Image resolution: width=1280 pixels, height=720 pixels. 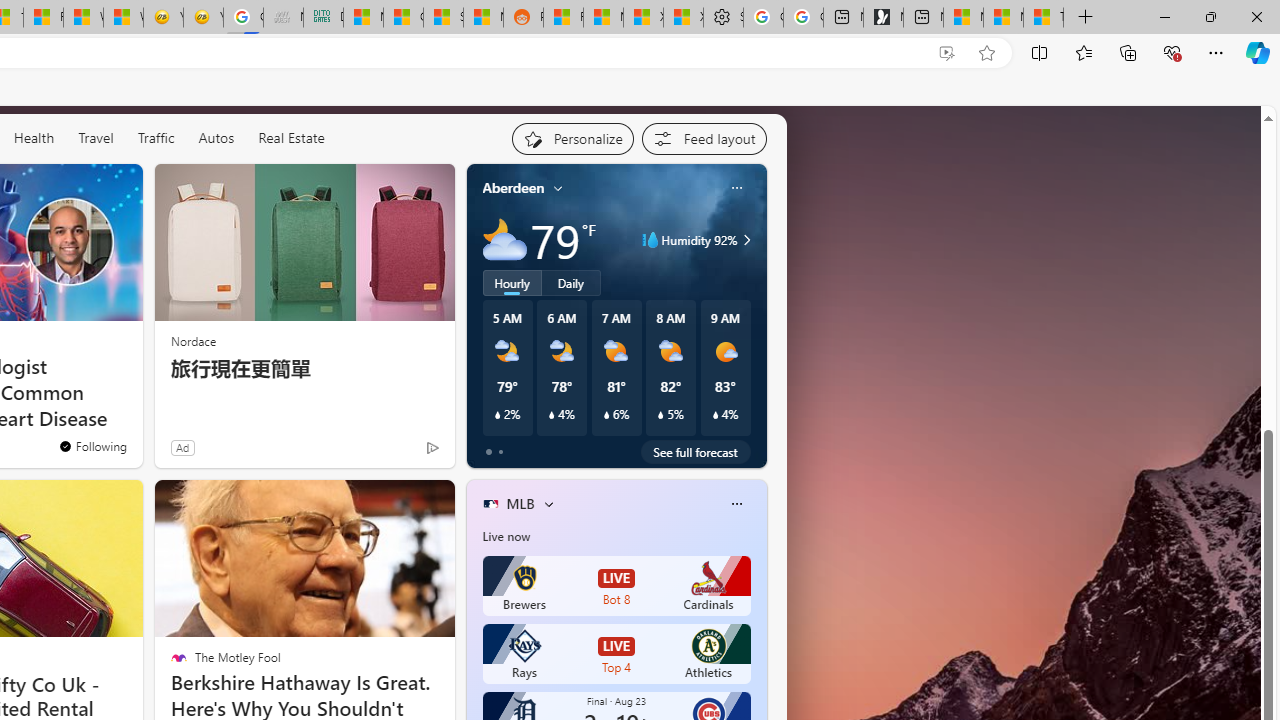 I want to click on 'Microsoft Start Gaming', so click(x=882, y=17).